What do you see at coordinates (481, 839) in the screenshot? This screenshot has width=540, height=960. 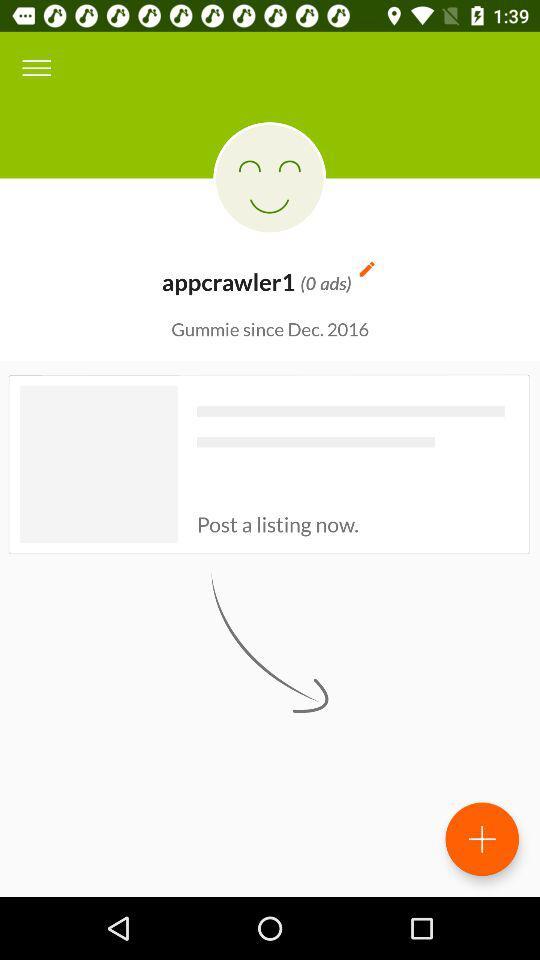 I see `the add icon` at bounding box center [481, 839].